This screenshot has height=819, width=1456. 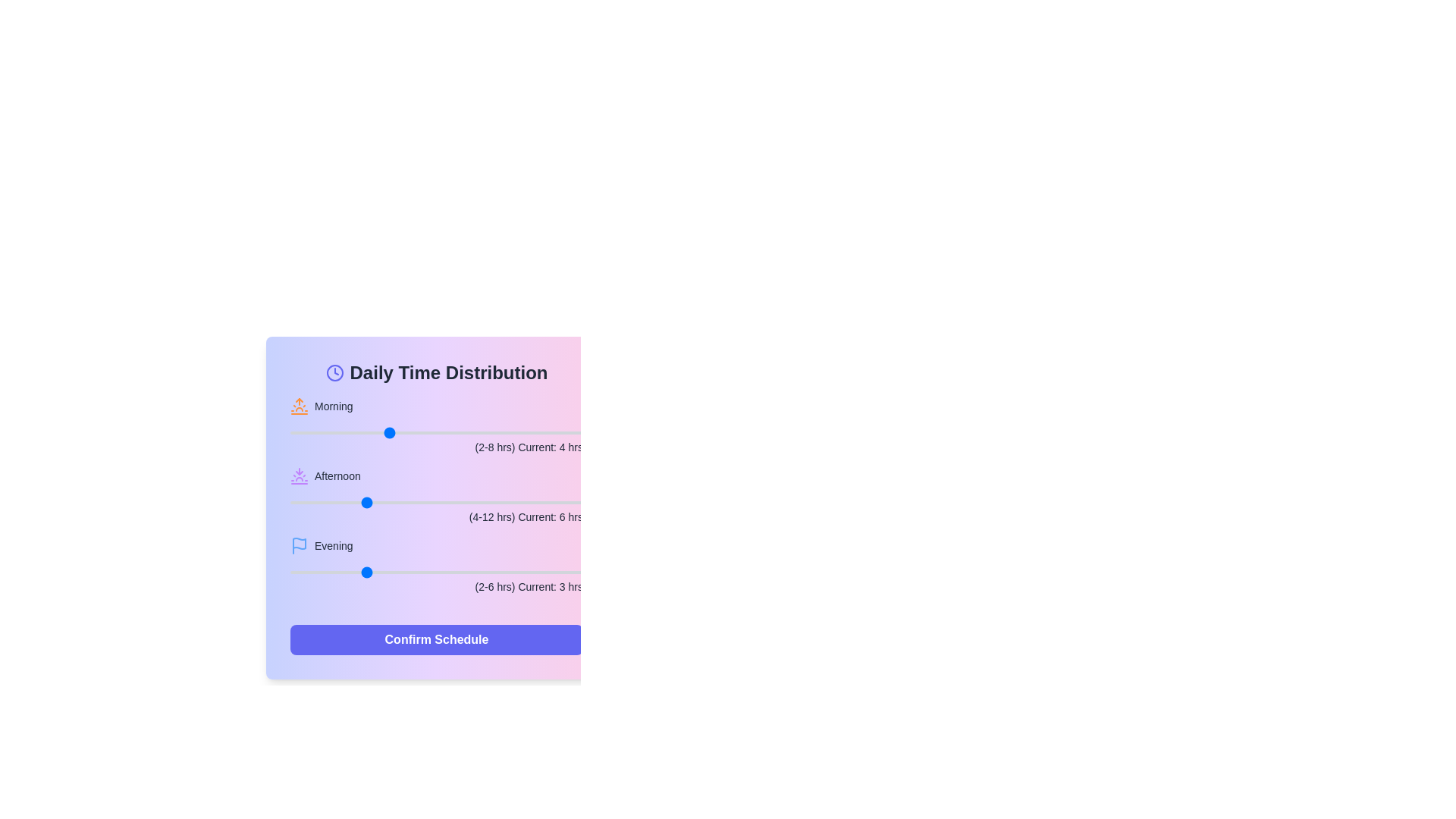 What do you see at coordinates (338, 432) in the screenshot?
I see `the slider for morning hours` at bounding box center [338, 432].